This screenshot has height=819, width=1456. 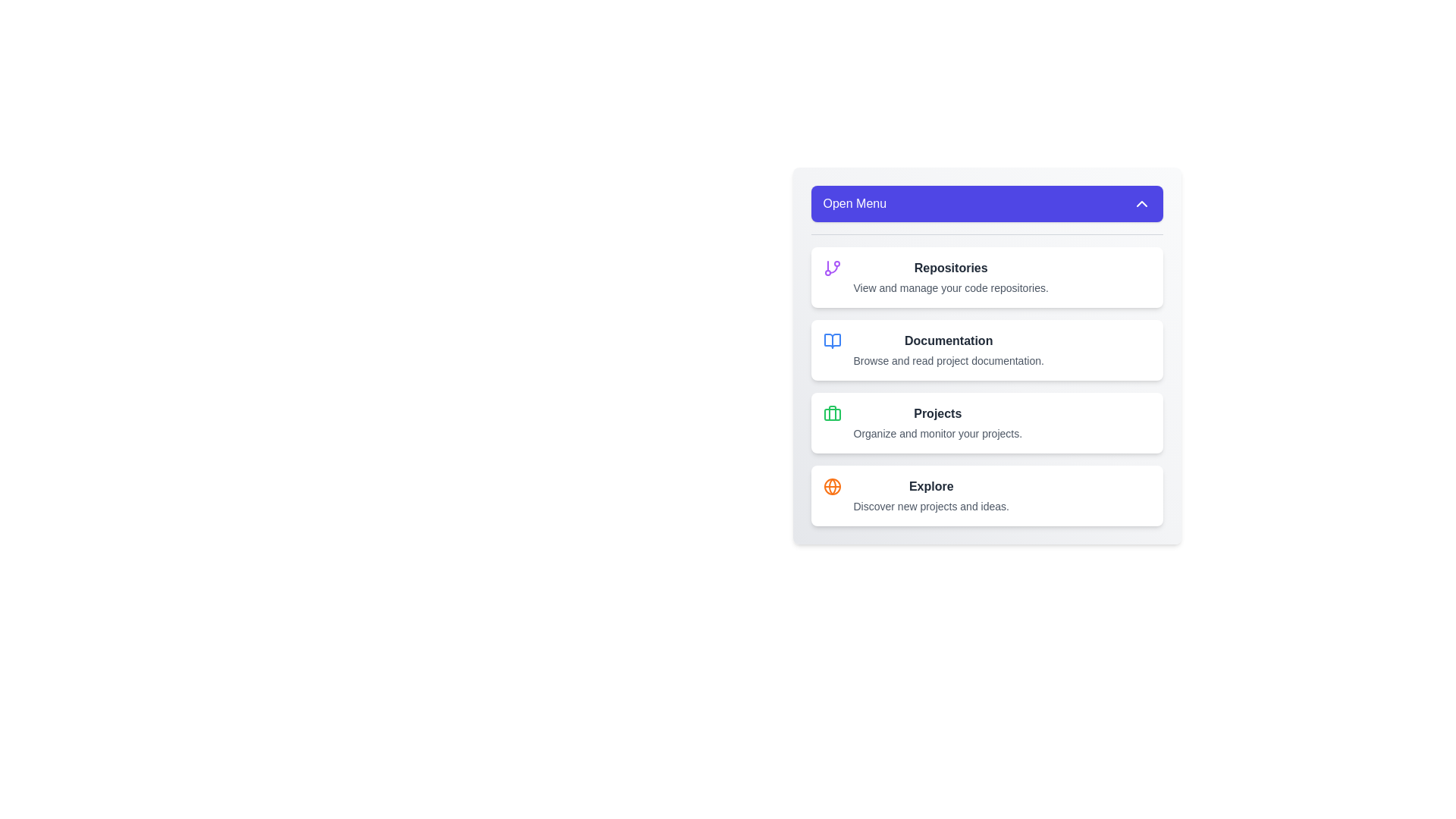 I want to click on the upward-facing chevron icon located within the blue 'Open Menu' button, so click(x=1141, y=203).